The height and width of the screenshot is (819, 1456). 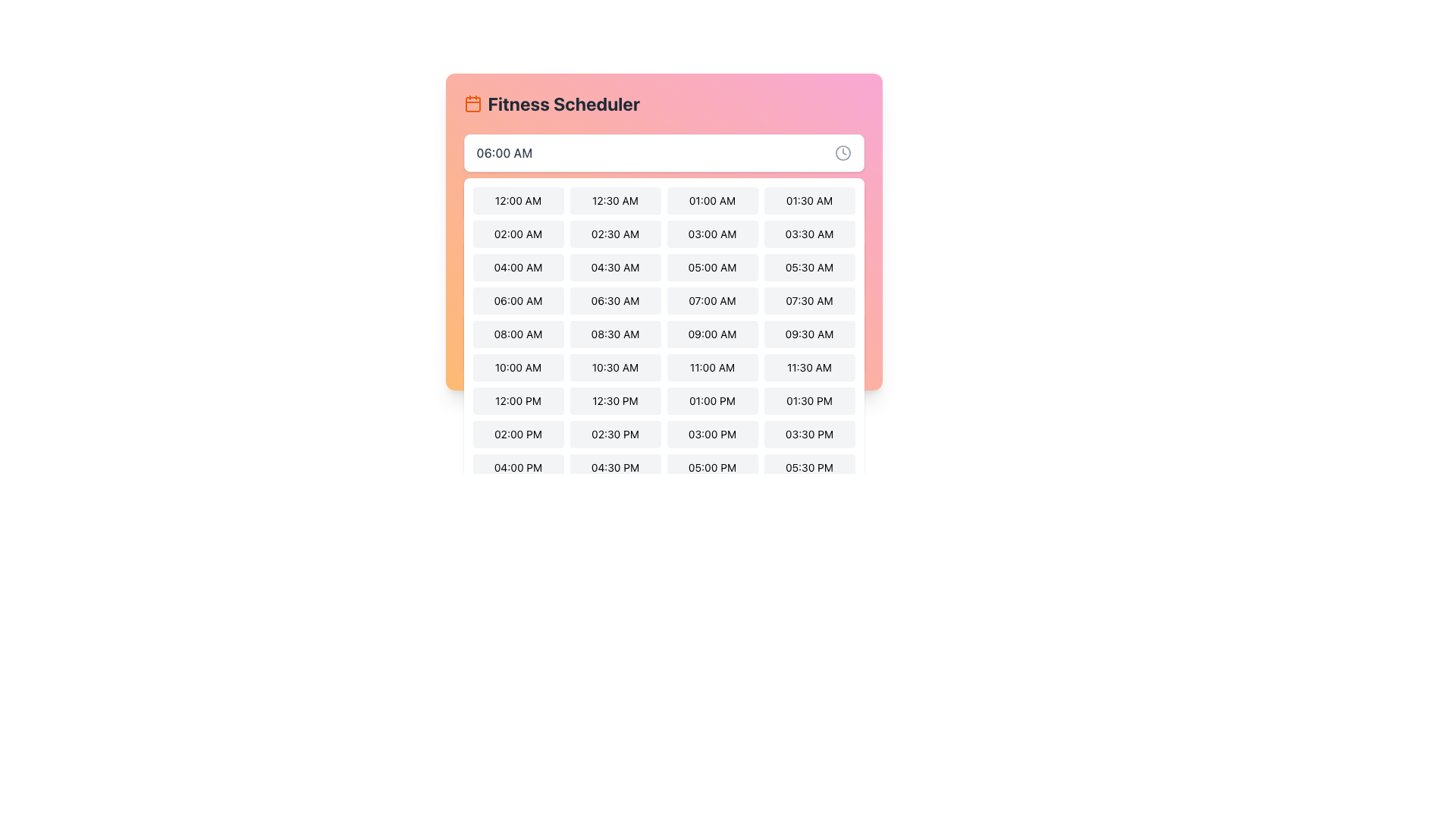 What do you see at coordinates (615, 333) in the screenshot?
I see `the selectable time slot button in the fifth row and second column of the 'Fitness Scheduler' section` at bounding box center [615, 333].